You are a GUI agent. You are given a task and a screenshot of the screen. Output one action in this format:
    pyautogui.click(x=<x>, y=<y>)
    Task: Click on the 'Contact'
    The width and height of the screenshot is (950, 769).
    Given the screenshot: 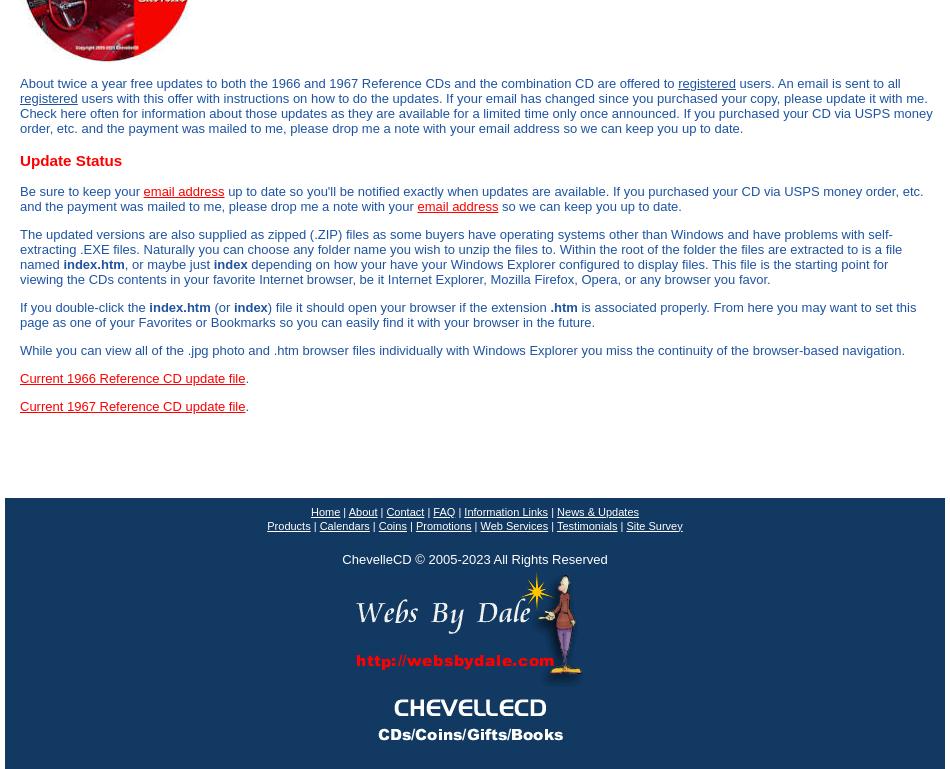 What is the action you would take?
    pyautogui.click(x=403, y=511)
    